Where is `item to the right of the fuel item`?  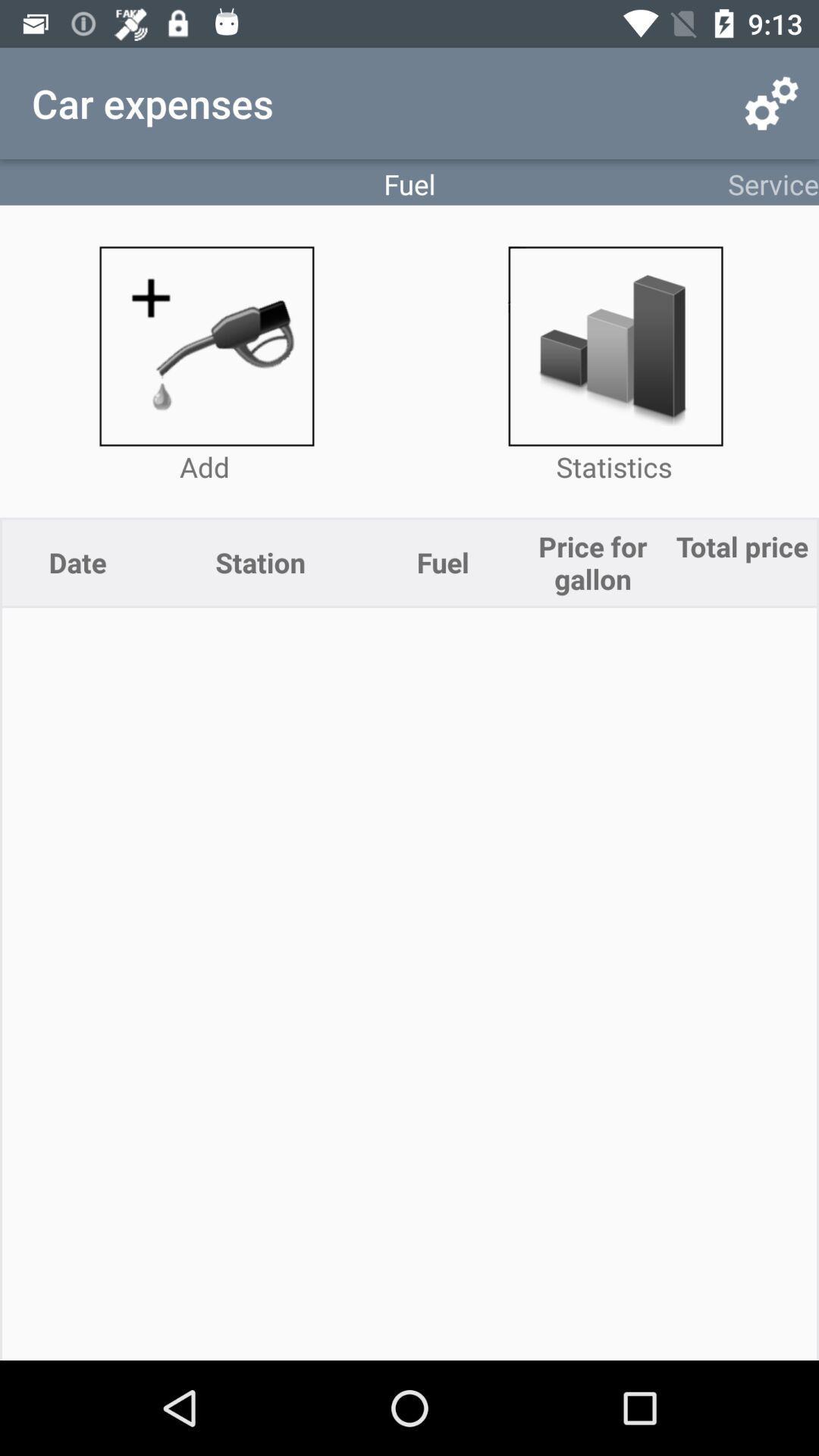 item to the right of the fuel item is located at coordinates (771, 102).